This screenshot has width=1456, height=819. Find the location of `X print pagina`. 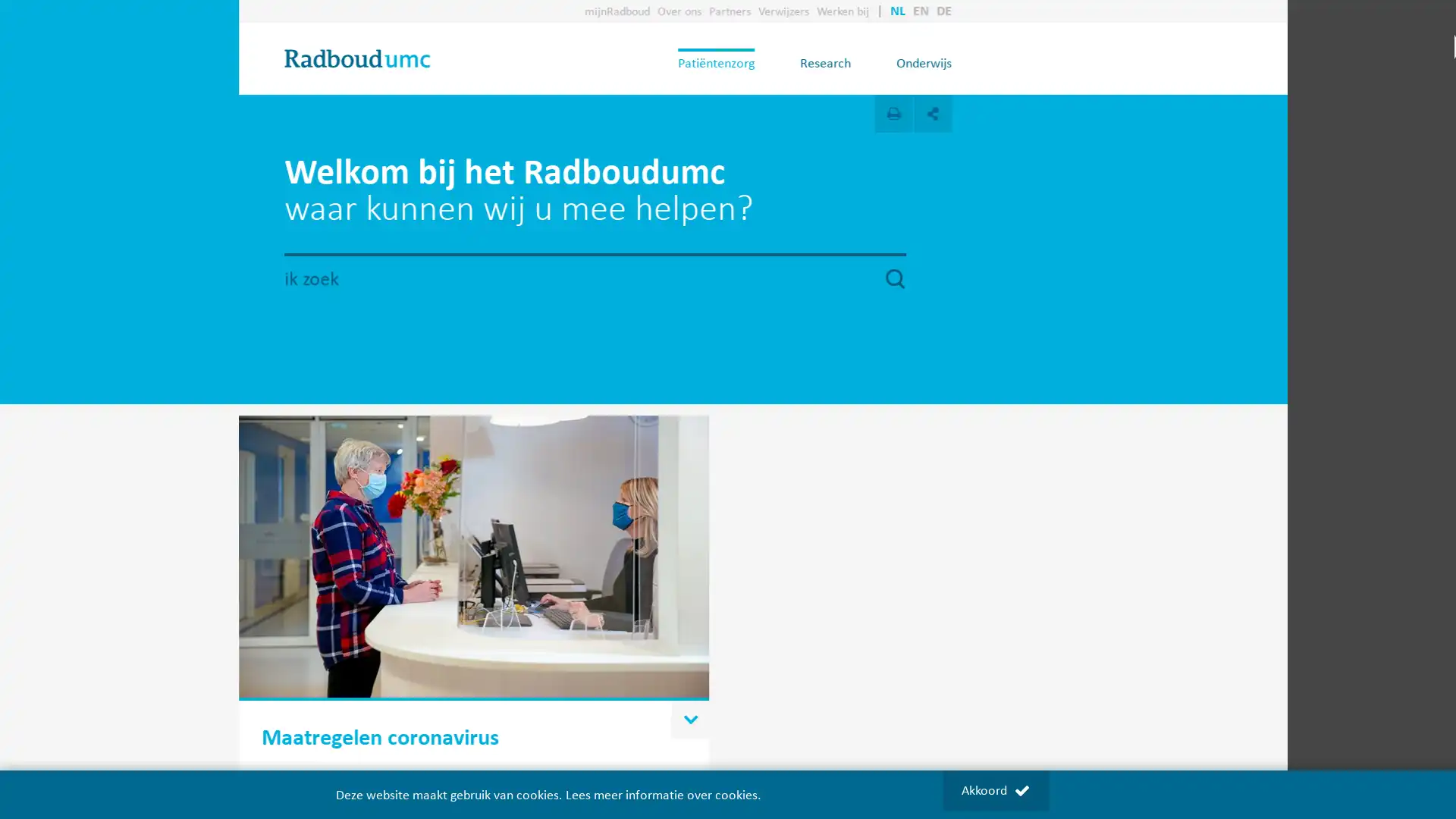

X print pagina is located at coordinates (990, 113).